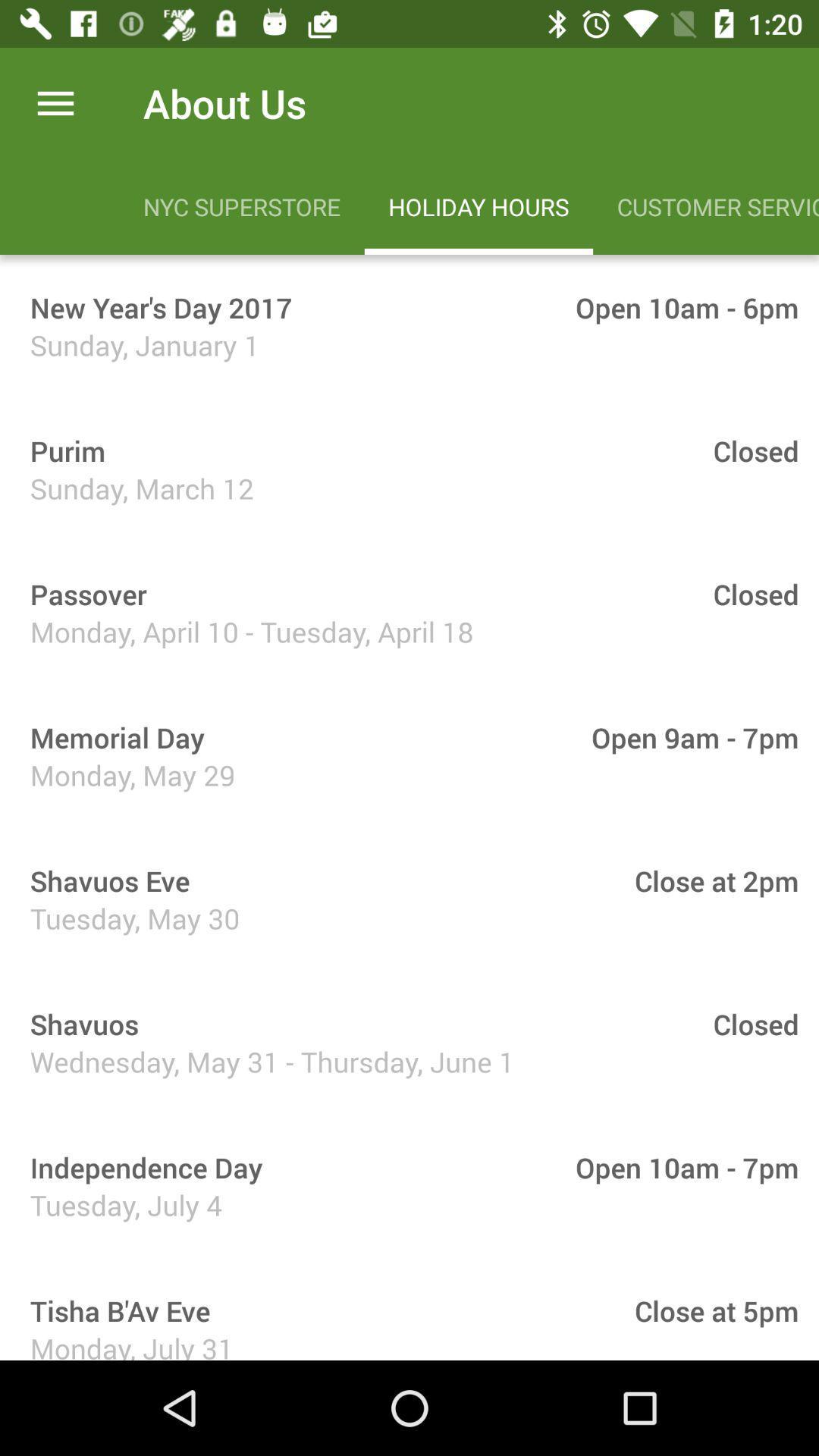 This screenshot has width=819, height=1456. What do you see at coordinates (155, 306) in the screenshot?
I see `the icon next to the open 10am - 6pm icon` at bounding box center [155, 306].